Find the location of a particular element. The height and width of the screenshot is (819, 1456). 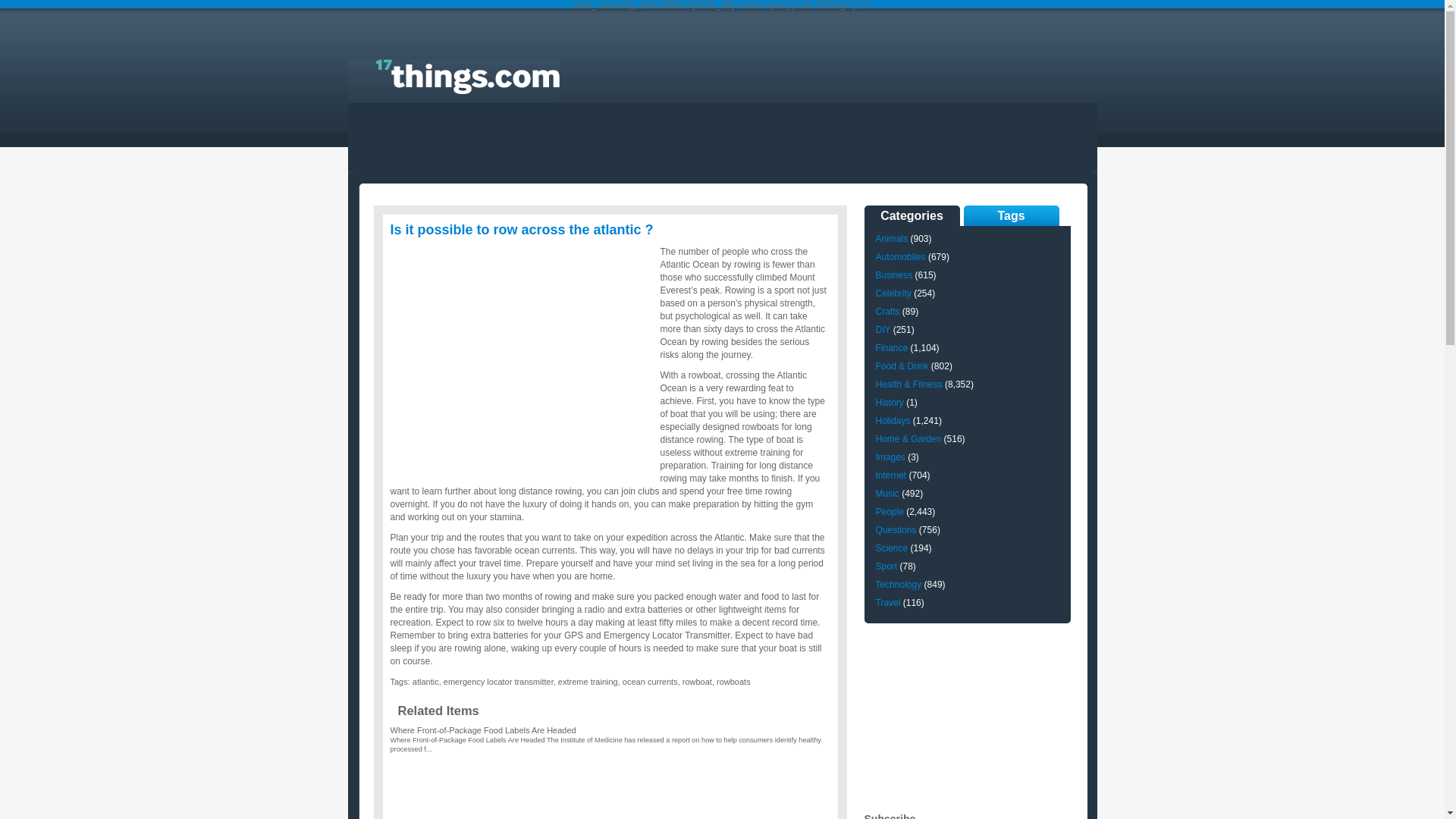

'Travel' is located at coordinates (887, 601).